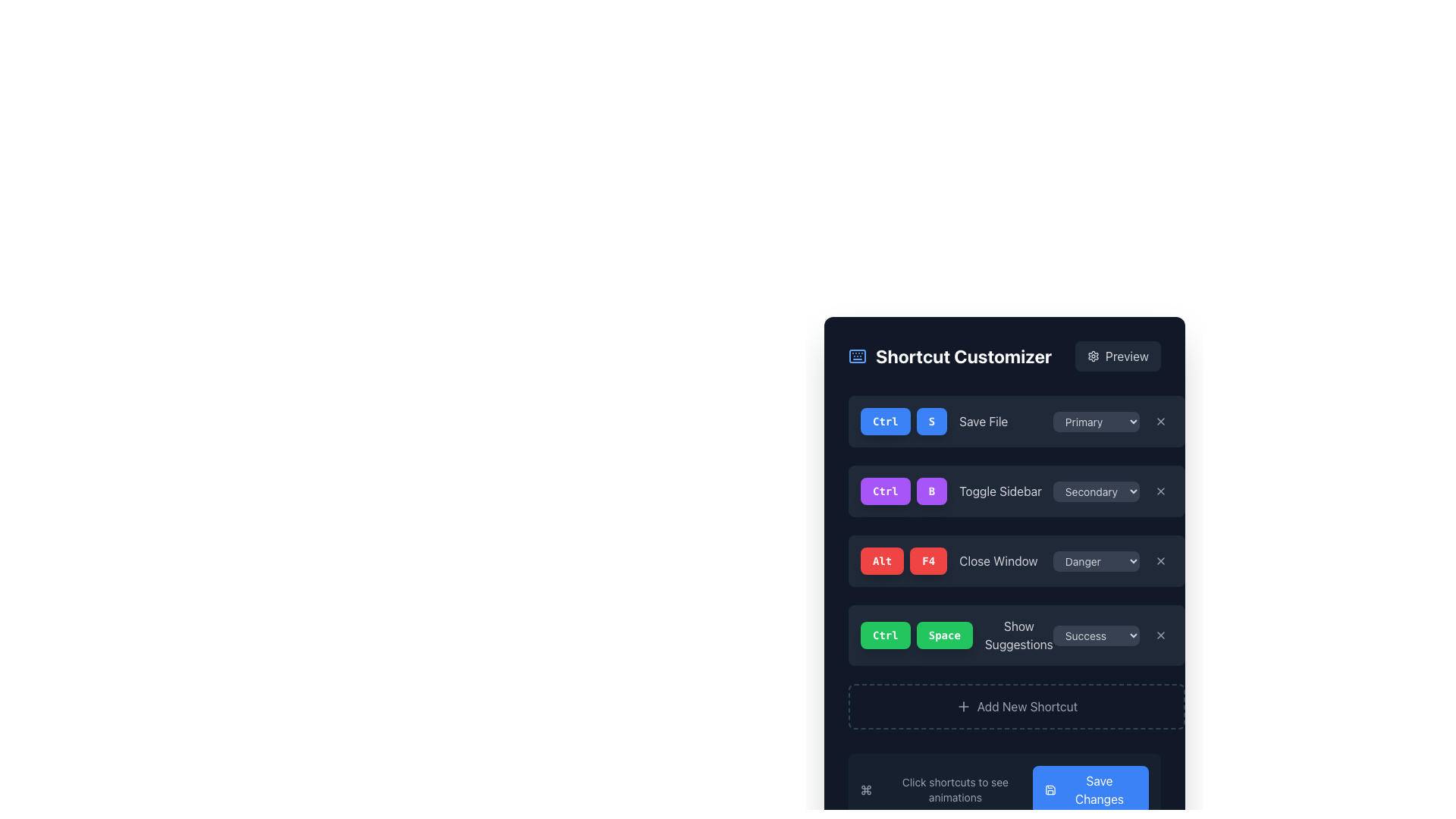 The width and height of the screenshot is (1456, 819). I want to click on the close button on the Shortcut configuration UI block for 'Toggle Sidebar', so click(1016, 491).